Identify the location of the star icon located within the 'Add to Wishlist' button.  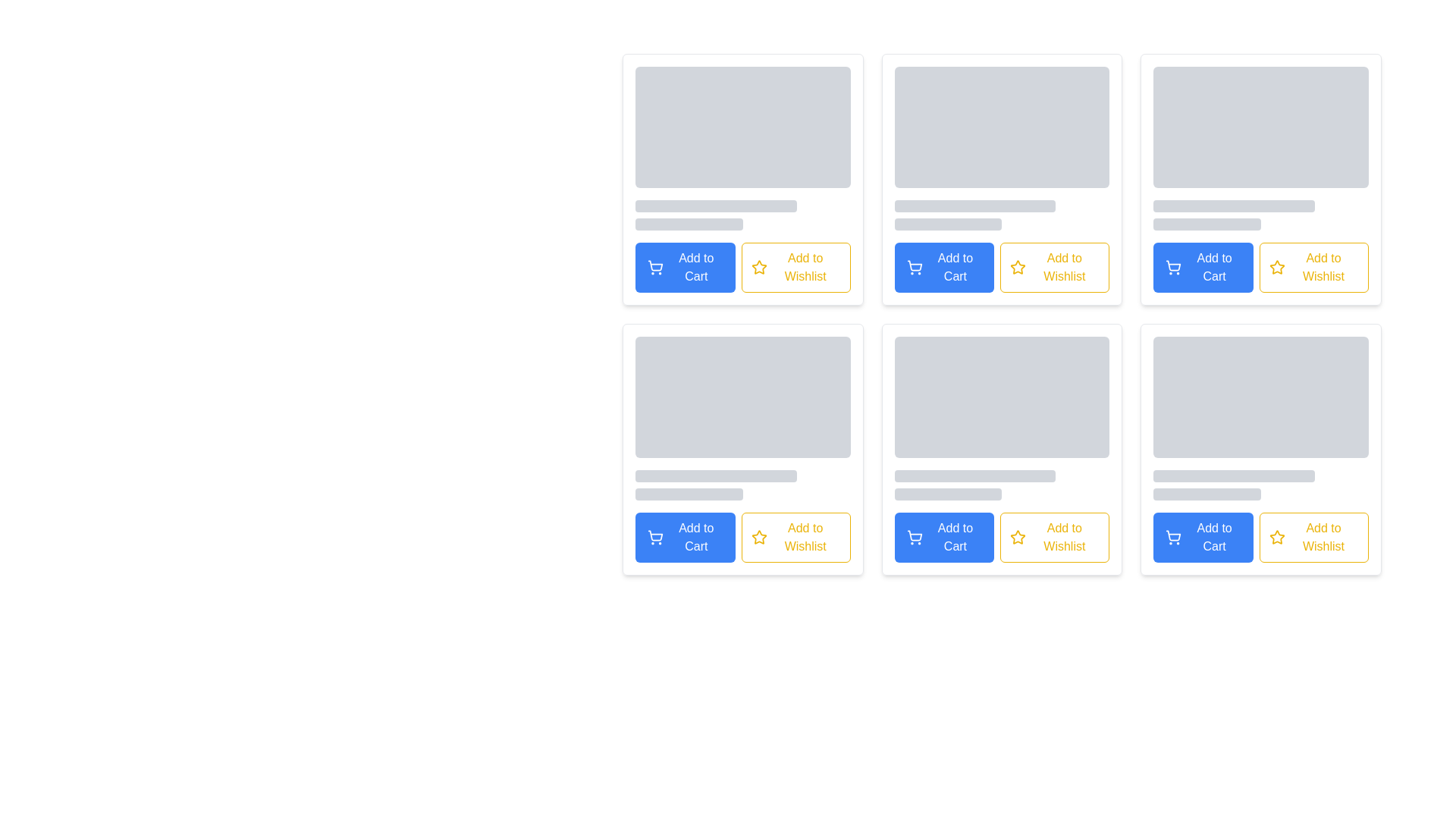
(1276, 266).